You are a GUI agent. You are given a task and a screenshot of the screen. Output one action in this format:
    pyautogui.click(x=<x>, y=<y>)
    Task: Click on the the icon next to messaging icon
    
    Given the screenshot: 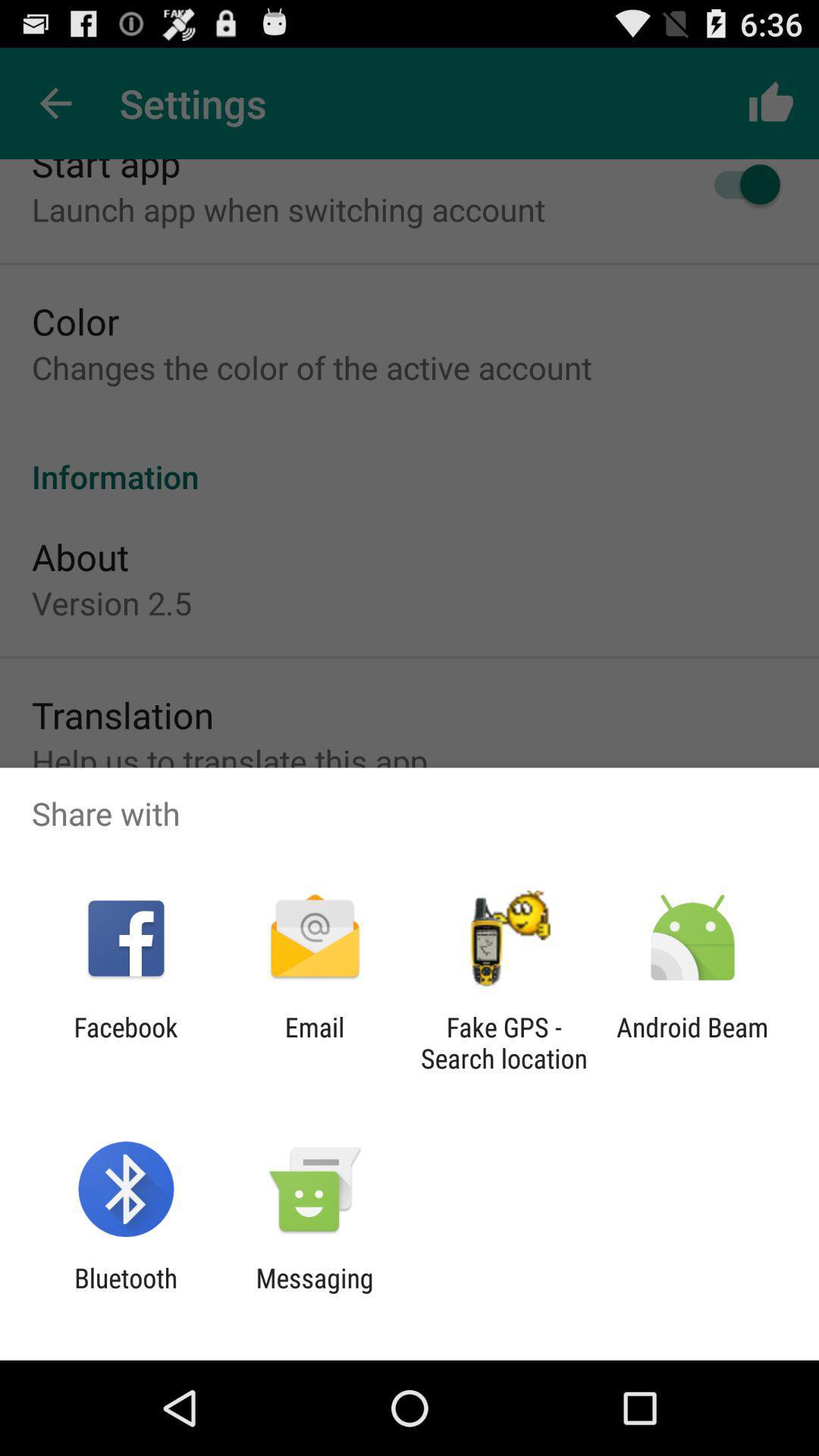 What is the action you would take?
    pyautogui.click(x=125, y=1293)
    